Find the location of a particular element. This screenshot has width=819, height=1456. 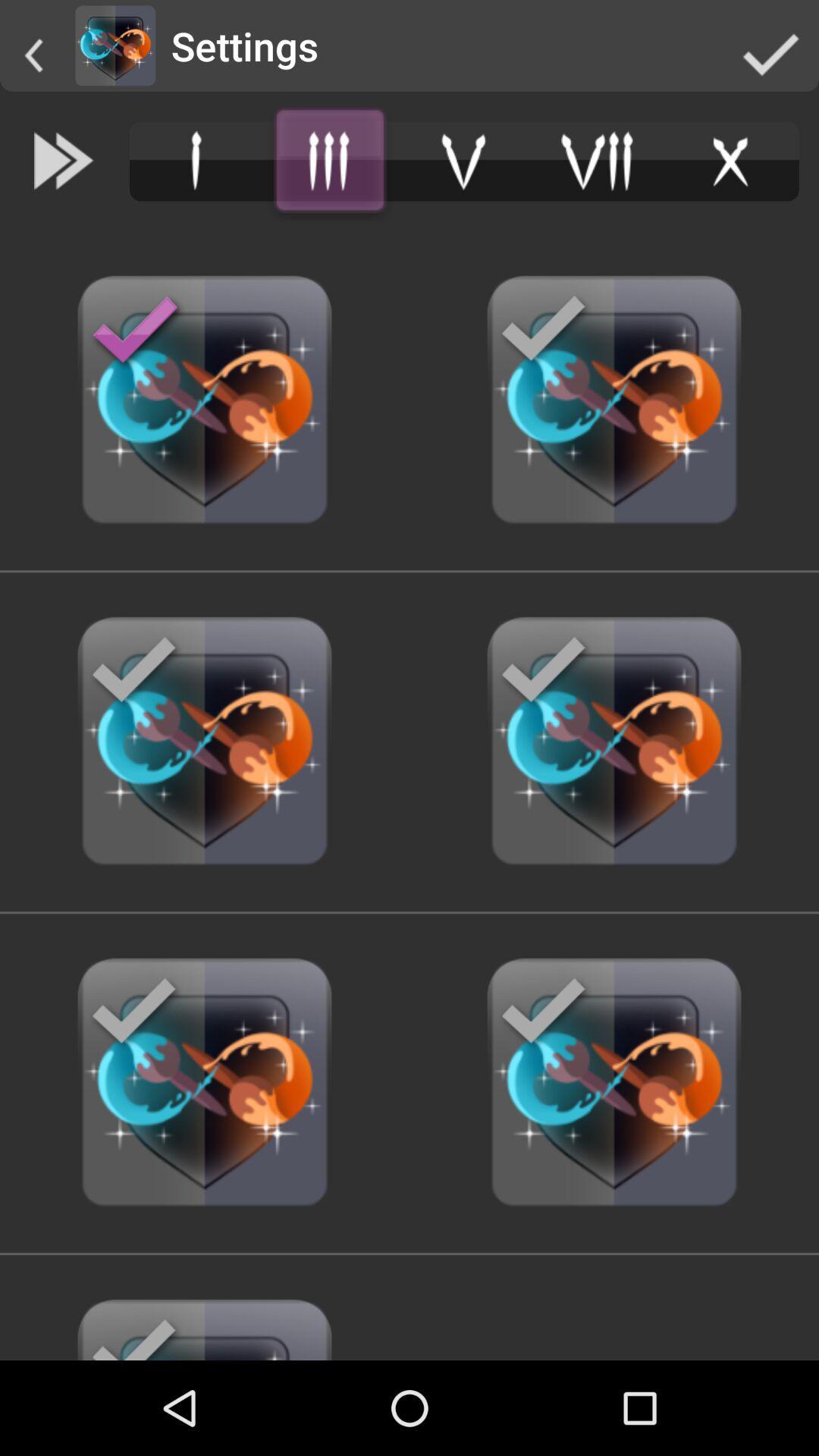

i is located at coordinates (196, 161).